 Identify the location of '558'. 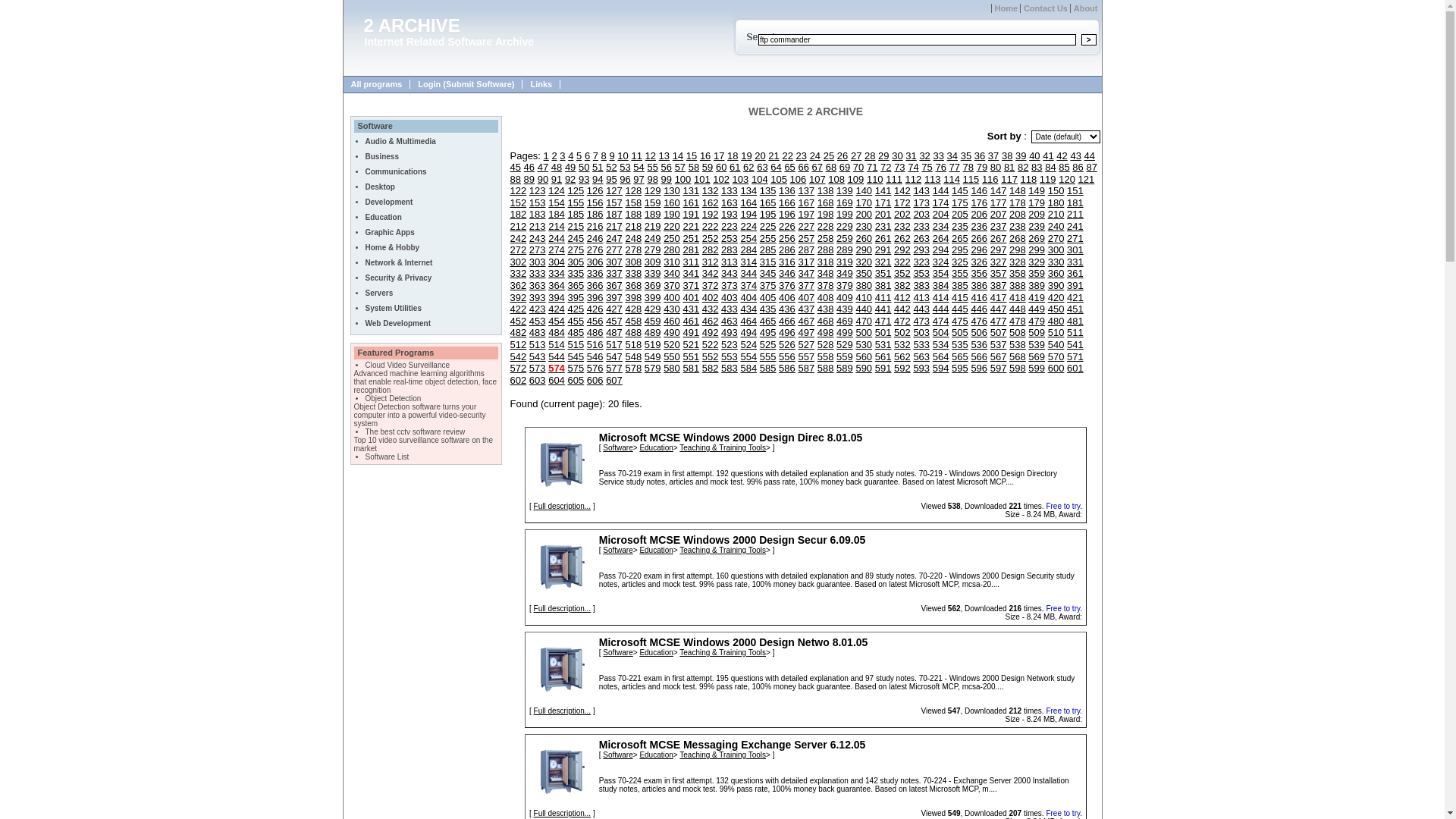
(825, 356).